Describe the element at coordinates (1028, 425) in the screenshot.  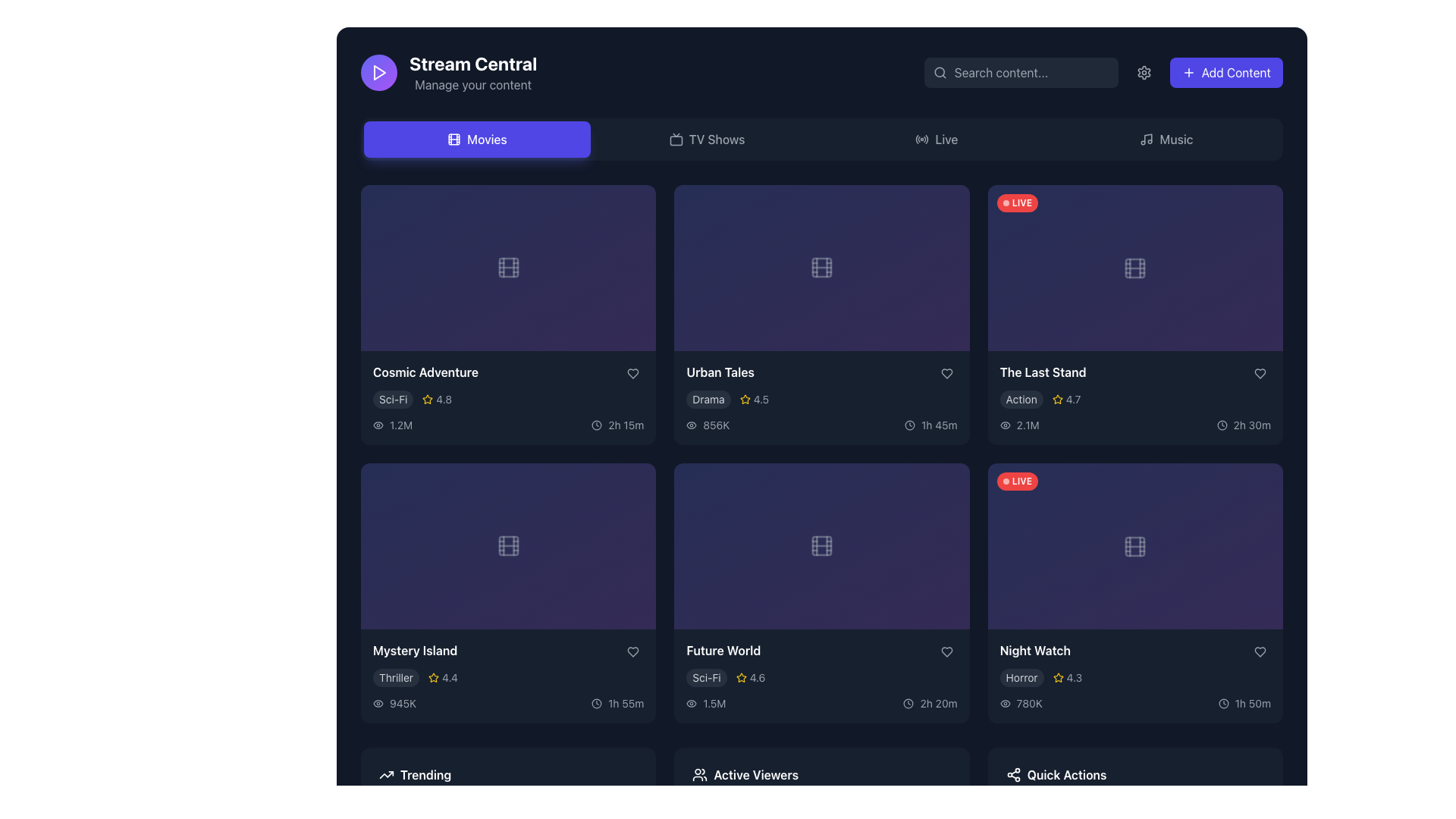
I see `the text label displaying the view count for 'The Last Stand', located at the bottom-left section of the card, immediately to the right of the eye-shaped icon` at that location.